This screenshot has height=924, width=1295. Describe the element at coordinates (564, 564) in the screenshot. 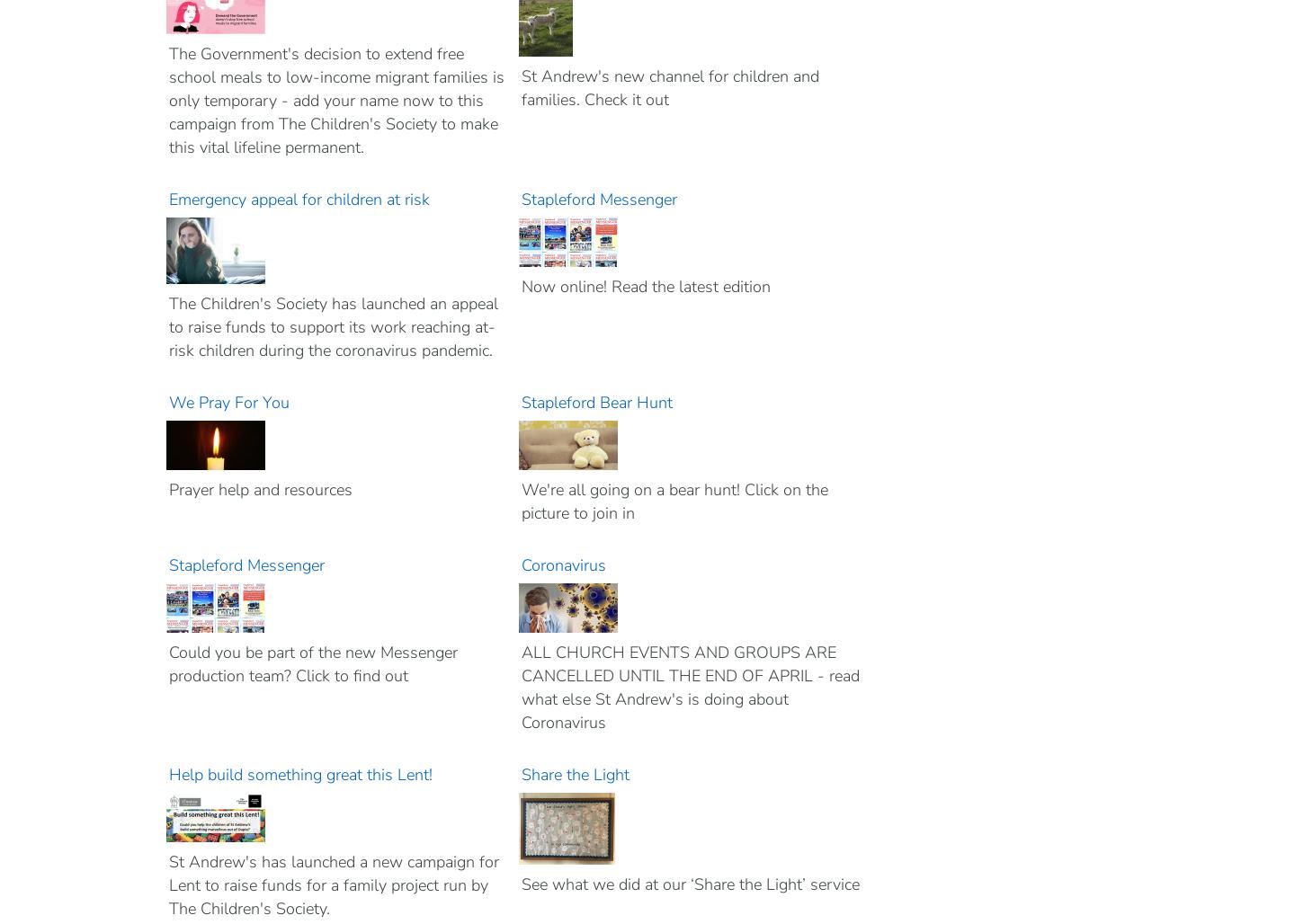

I see `'Coronavirus'` at that location.